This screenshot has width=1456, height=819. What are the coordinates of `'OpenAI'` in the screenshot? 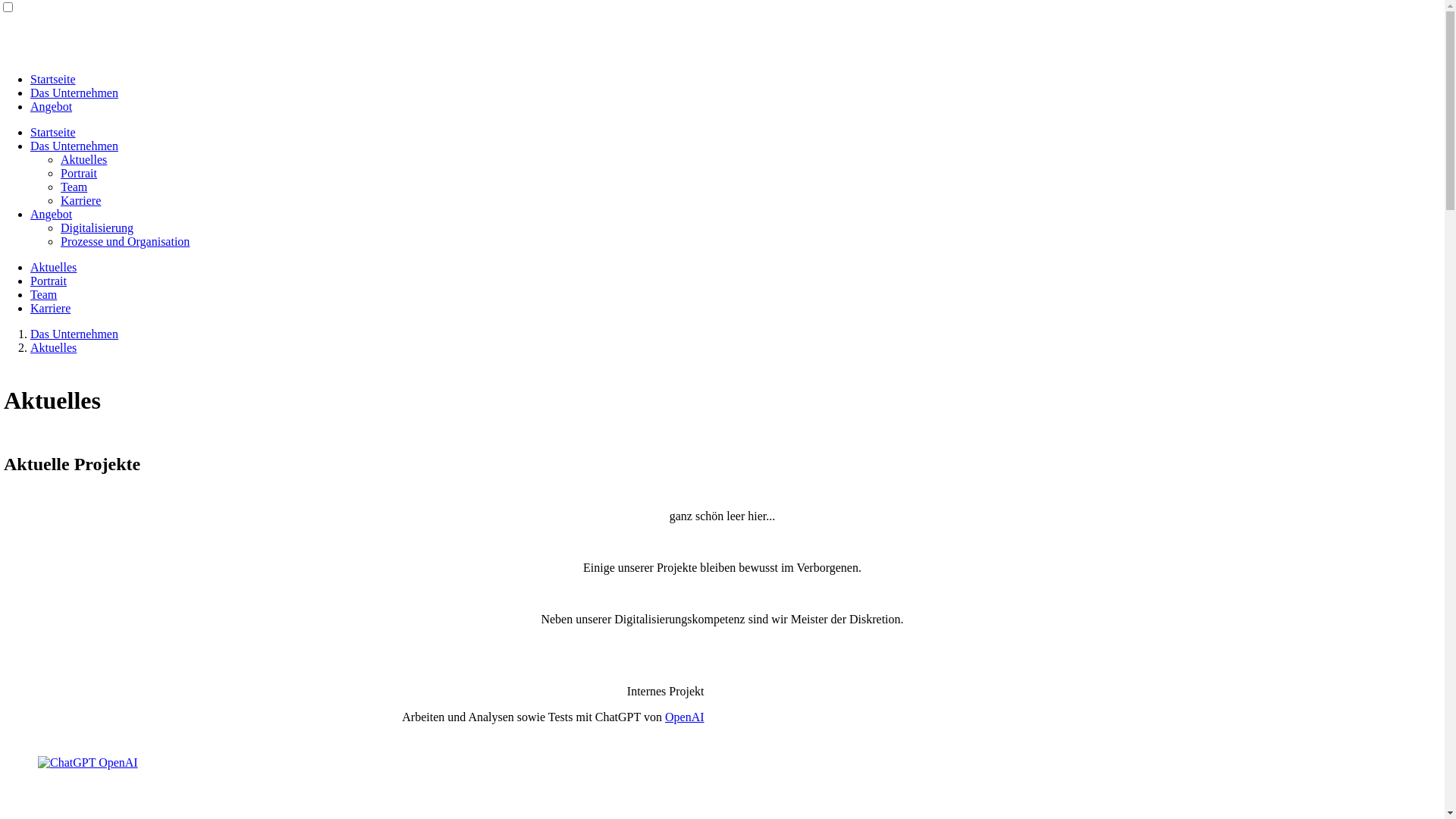 It's located at (665, 717).